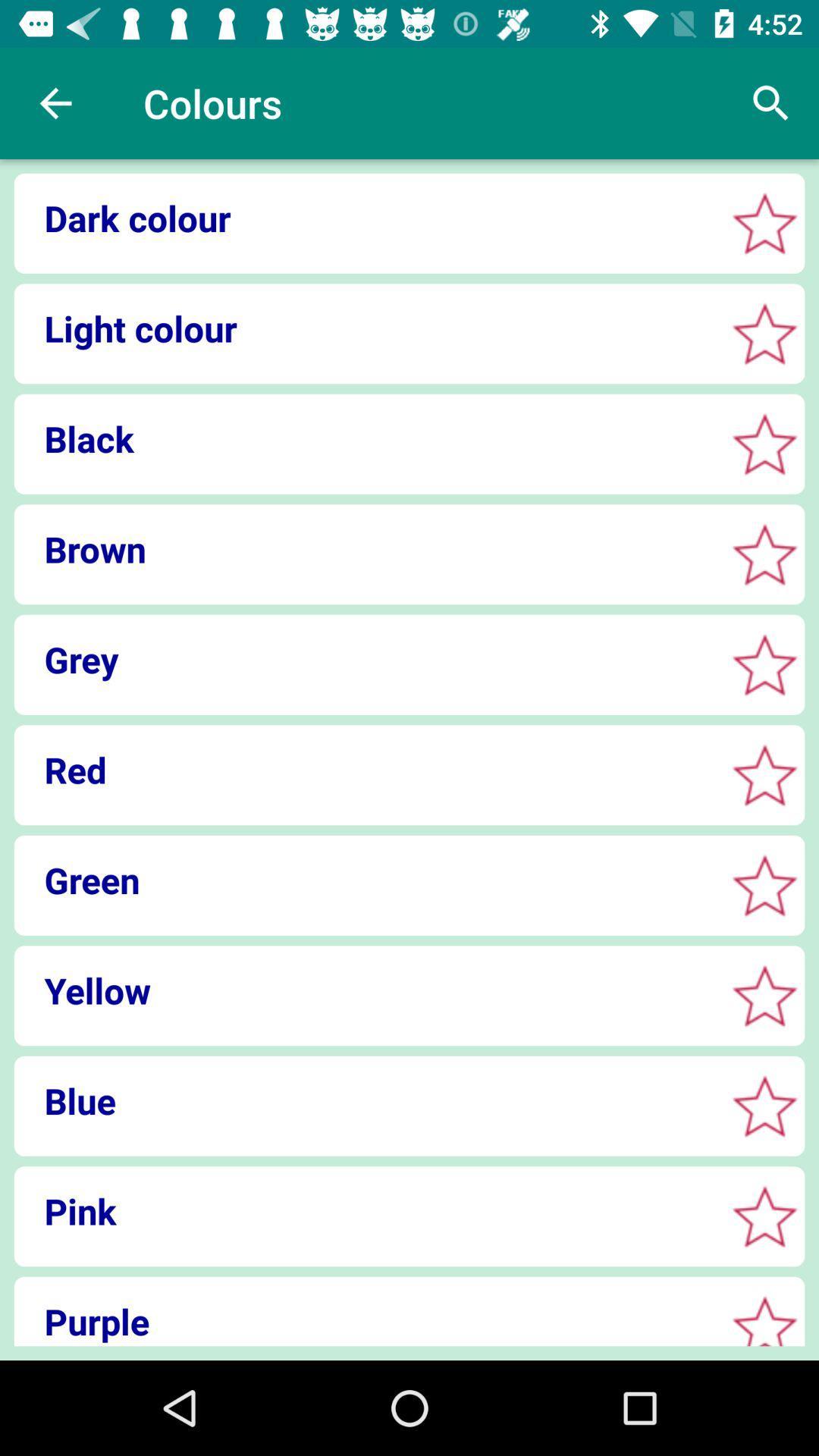 This screenshot has width=819, height=1456. I want to click on to favorites, so click(764, 222).